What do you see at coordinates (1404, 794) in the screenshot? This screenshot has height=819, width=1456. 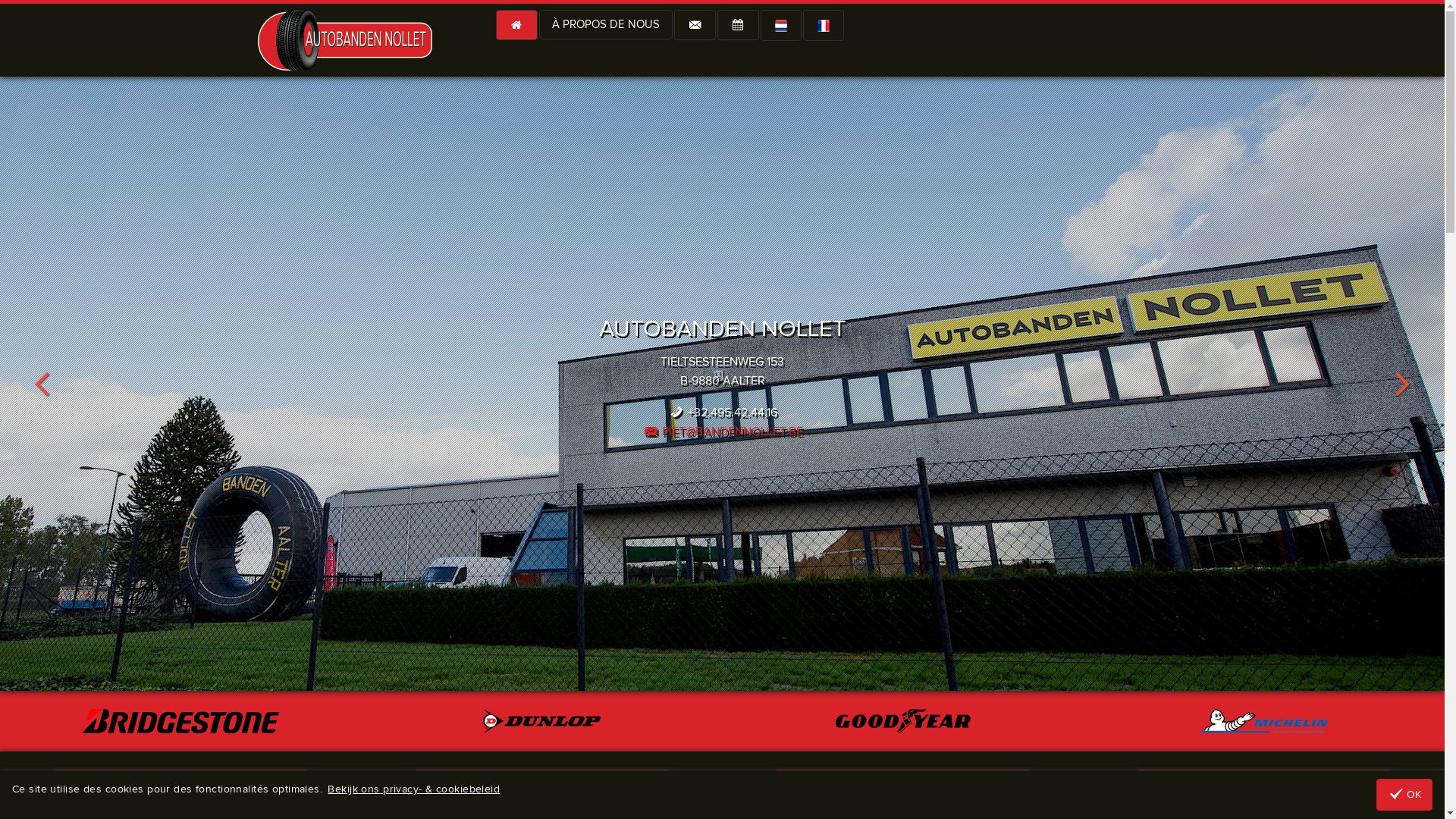 I see `' OK'` at bounding box center [1404, 794].